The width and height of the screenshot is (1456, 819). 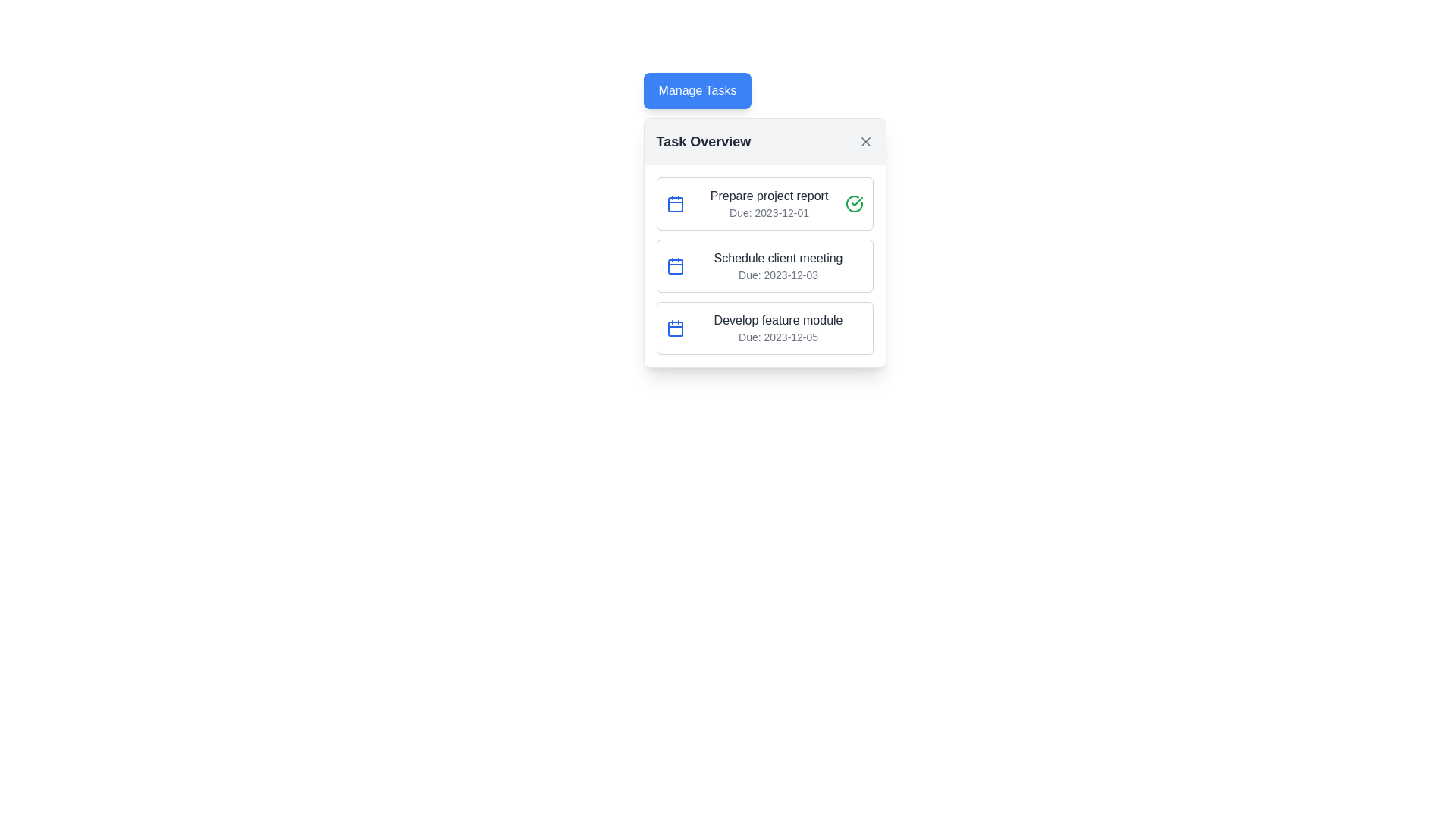 I want to click on the close button located in the top-right corner of the 'Task Overview' section for keyboard interaction, so click(x=865, y=141).